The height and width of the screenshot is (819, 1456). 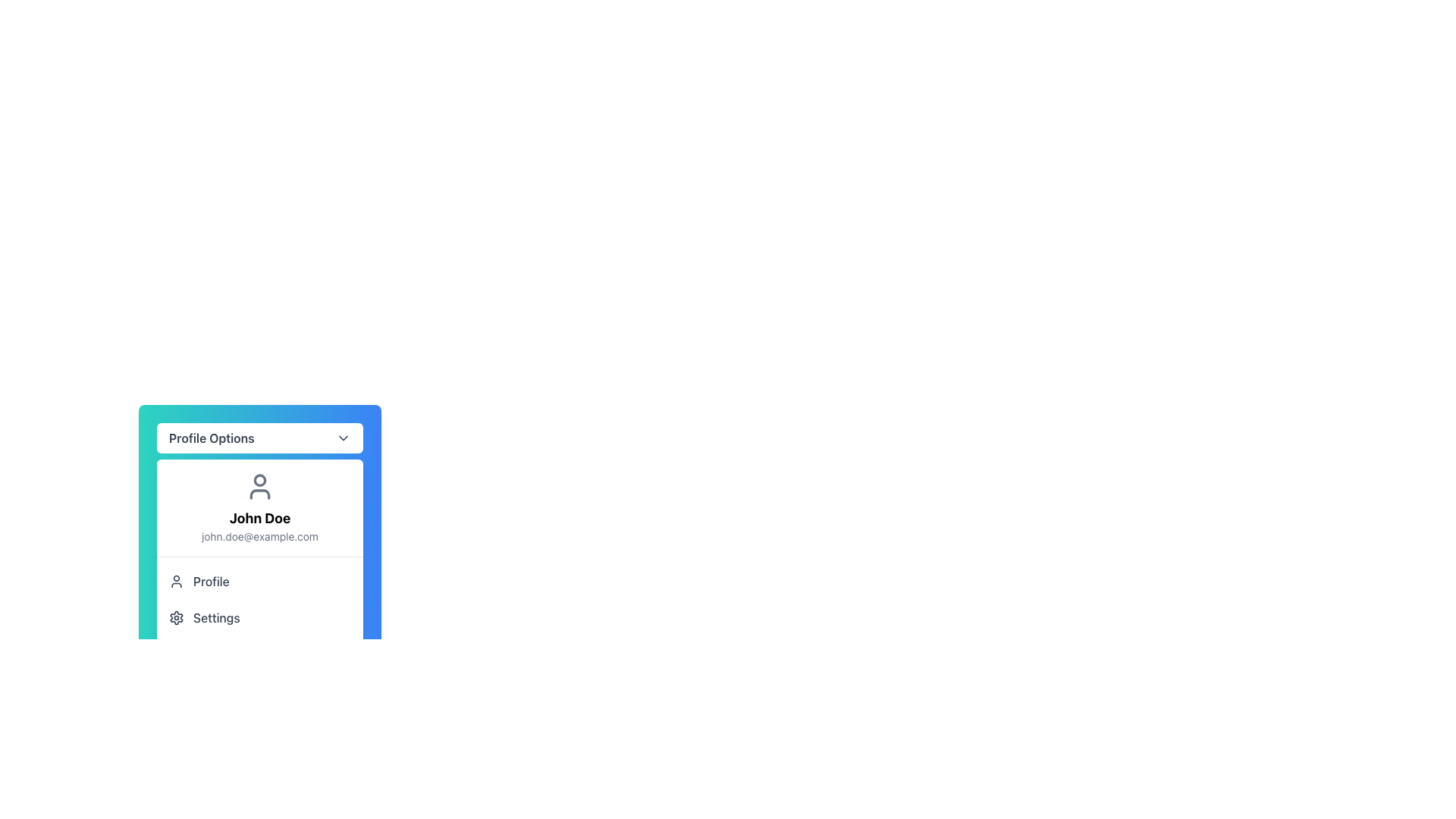 I want to click on the lower part of the user icon, which is styled as a vector graphic in the Lucide icon style, positioned centrally in the user profile section of the dropdown menu, so click(x=259, y=494).